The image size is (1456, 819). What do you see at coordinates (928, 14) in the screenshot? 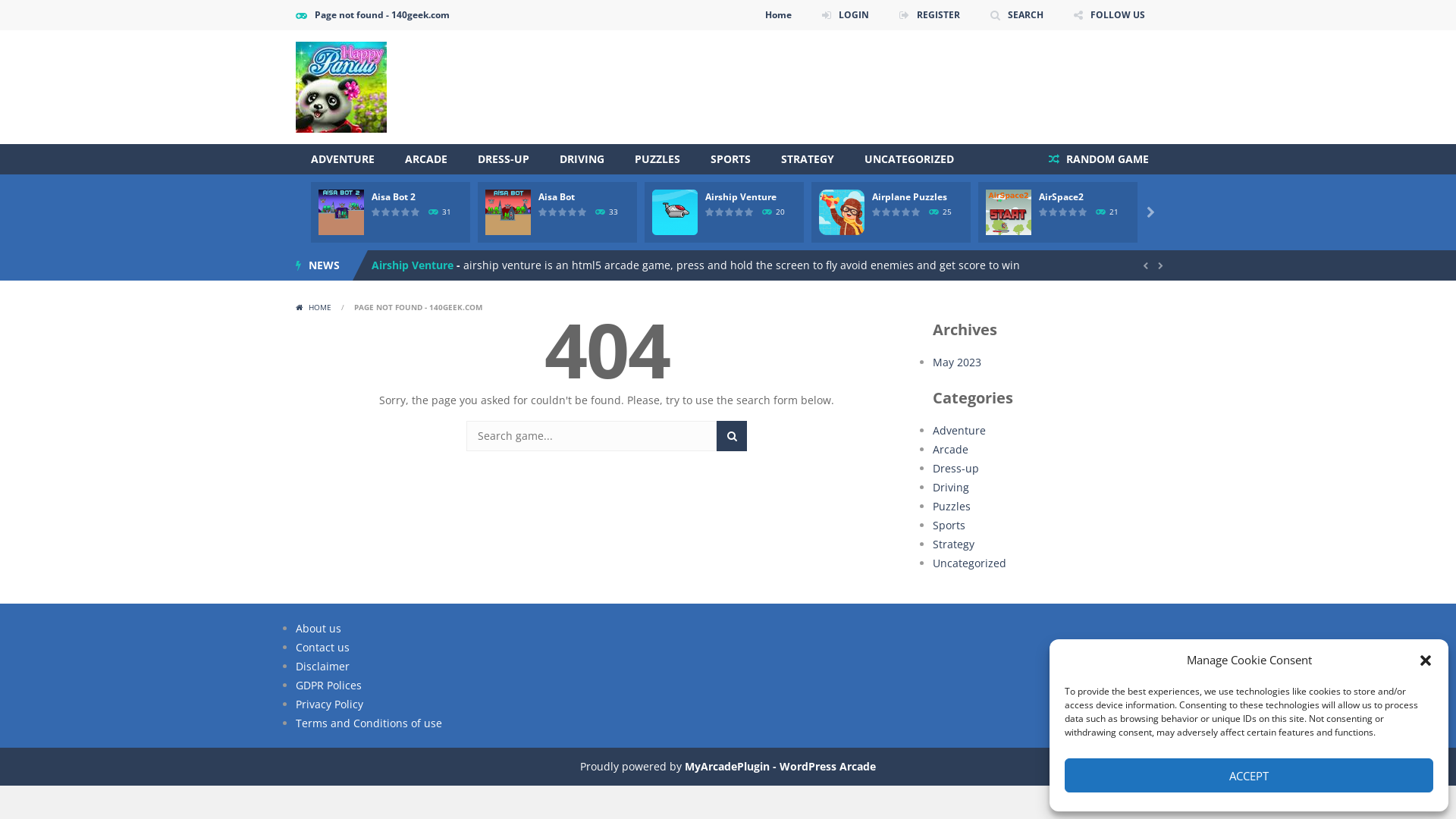
I see `'REGISTER'` at bounding box center [928, 14].